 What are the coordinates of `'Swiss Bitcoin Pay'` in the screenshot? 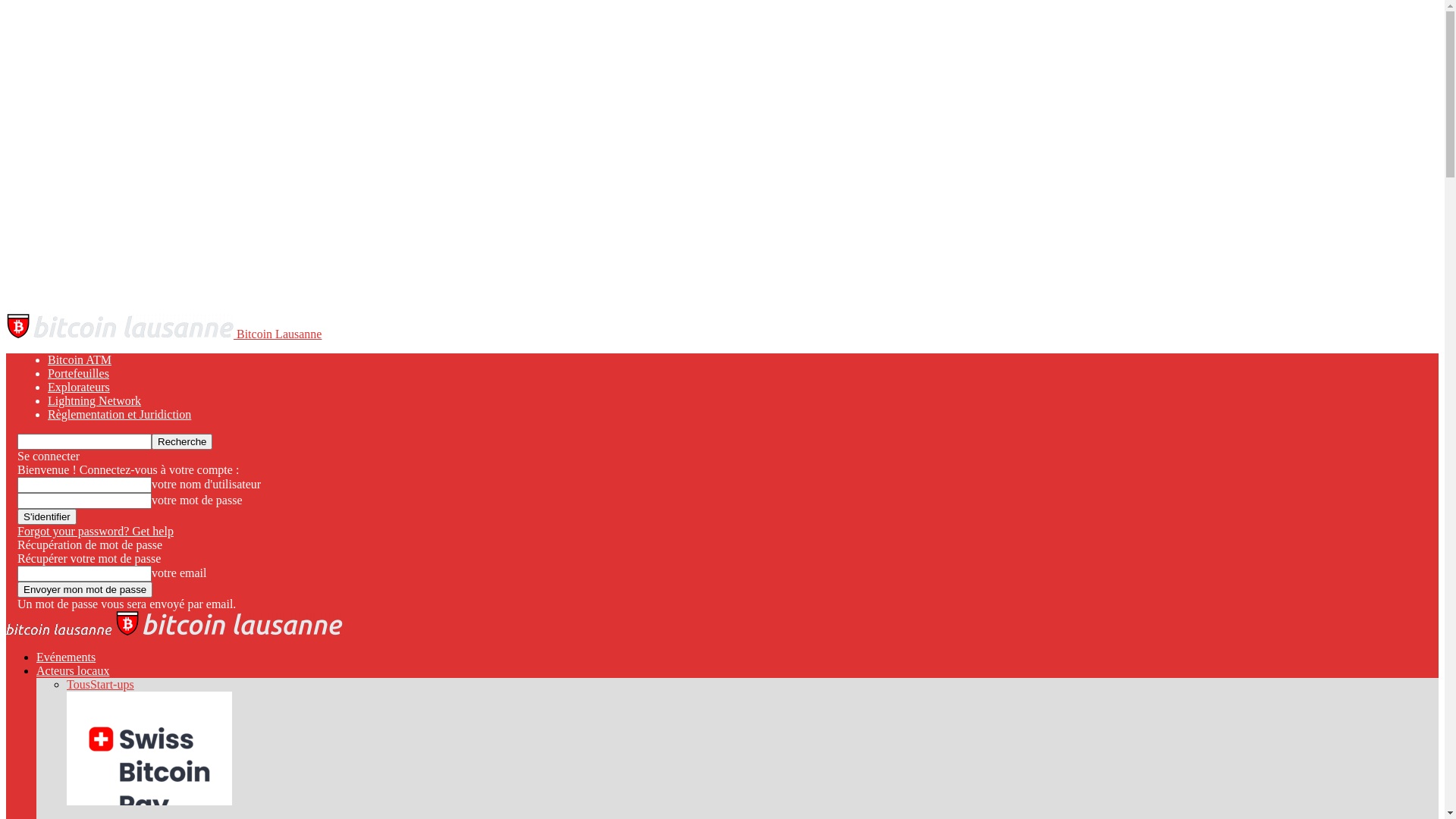 It's located at (149, 800).